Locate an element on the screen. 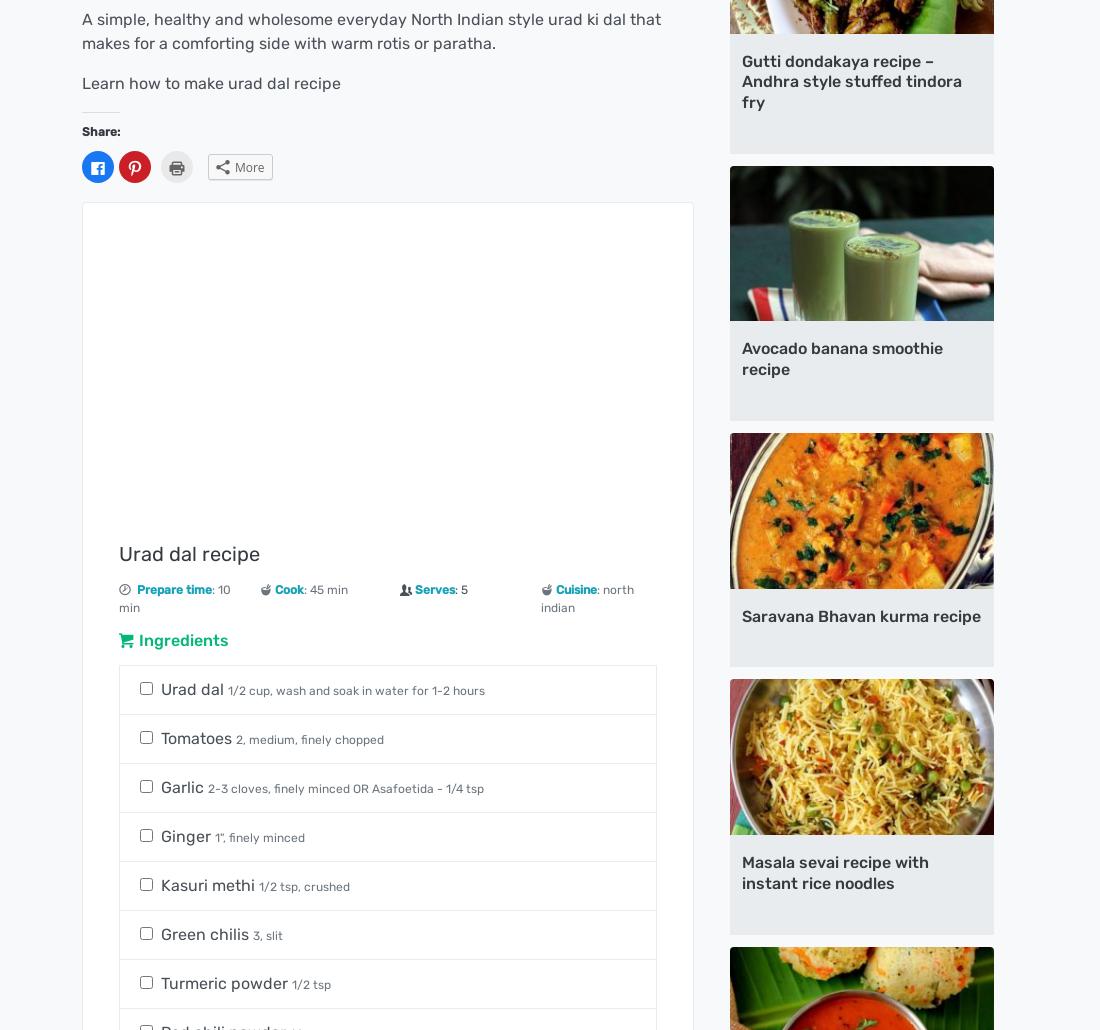 The image size is (1100, 1030). 'Green chilis' is located at coordinates (207, 933).